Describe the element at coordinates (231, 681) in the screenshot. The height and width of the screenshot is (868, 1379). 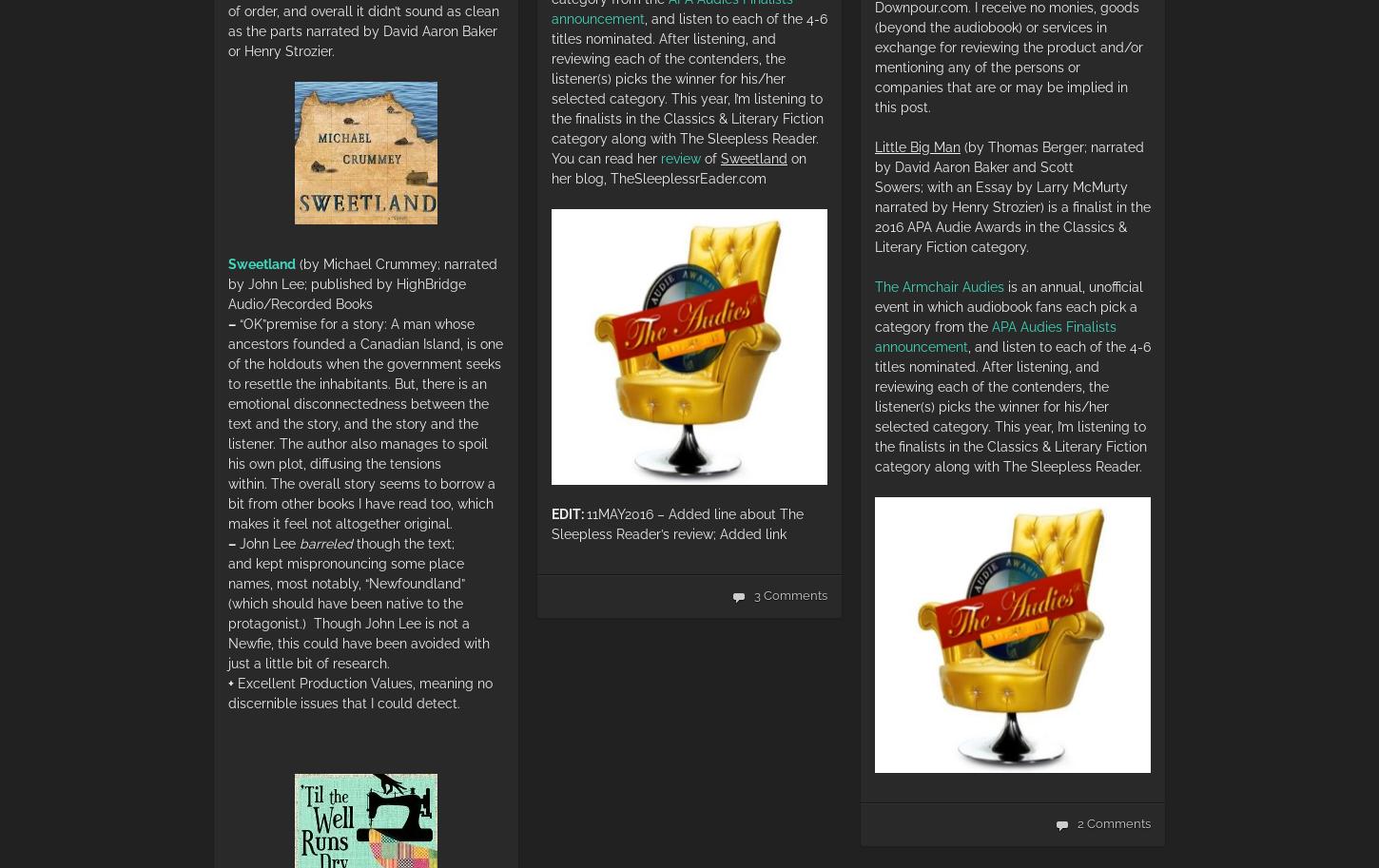
I see `'+'` at that location.